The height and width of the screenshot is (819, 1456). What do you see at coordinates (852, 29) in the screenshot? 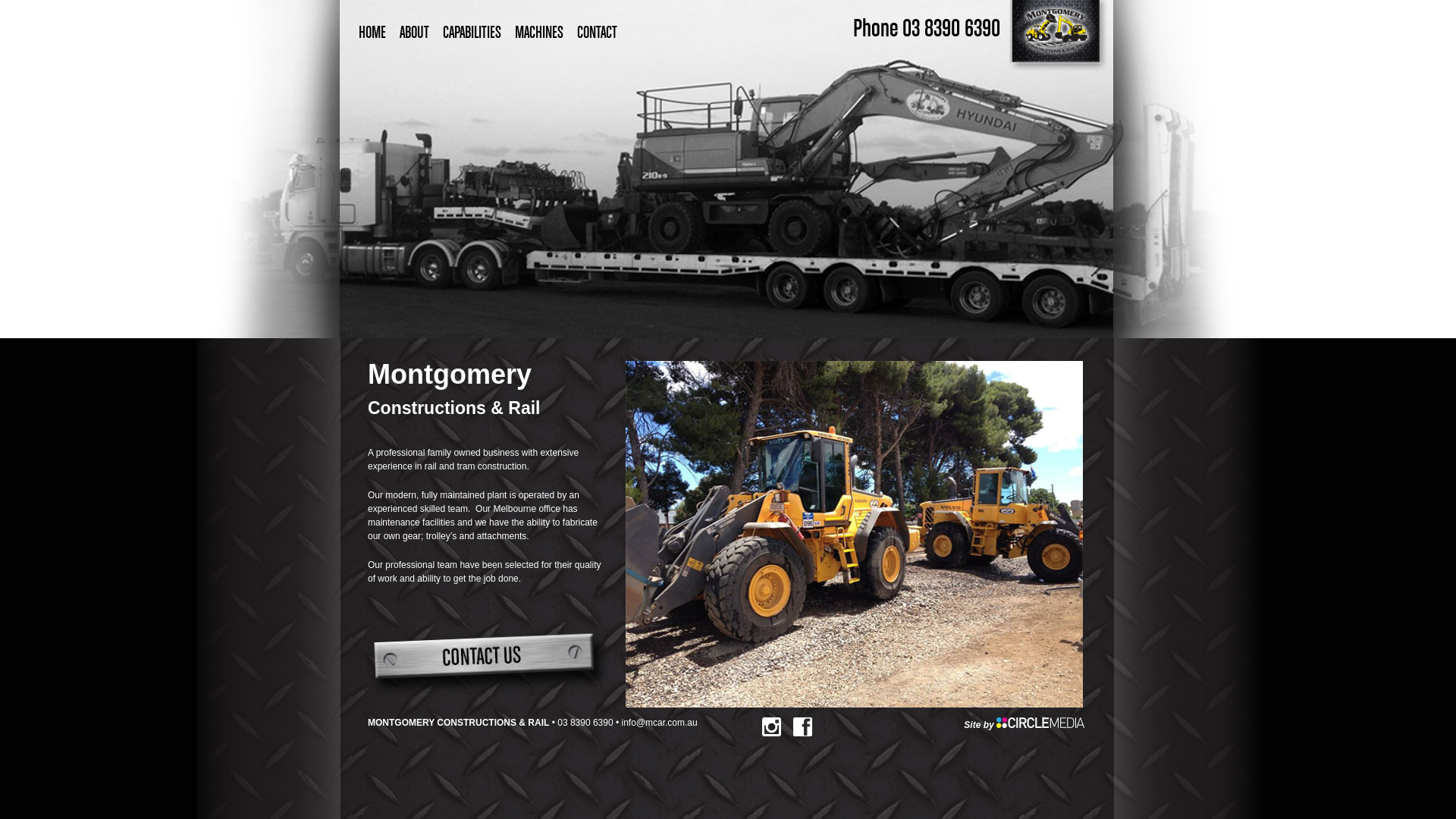
I see `'Phone 03 8390 6390'` at bounding box center [852, 29].